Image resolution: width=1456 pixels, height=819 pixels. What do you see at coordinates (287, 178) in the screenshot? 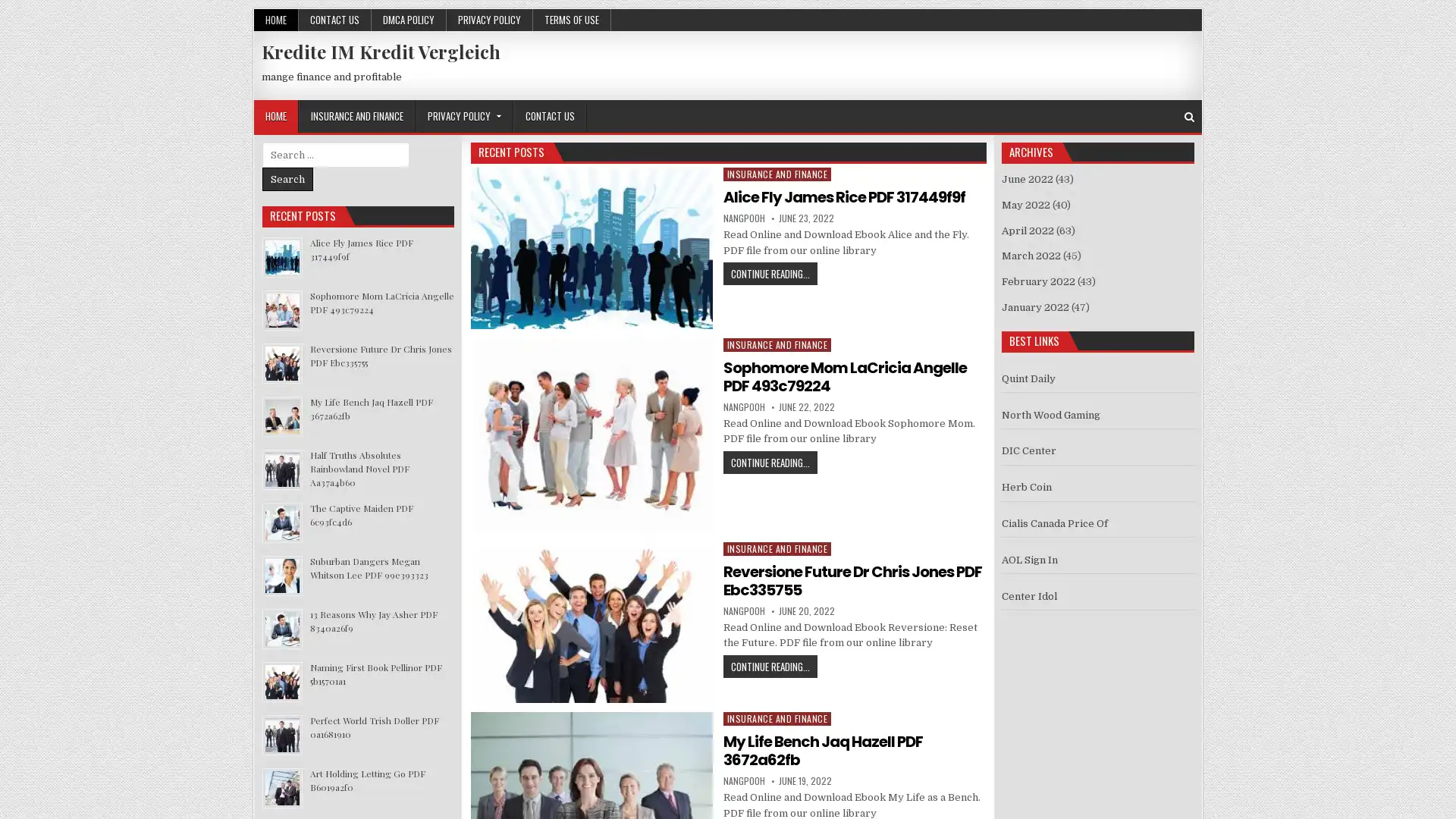
I see `Search` at bounding box center [287, 178].